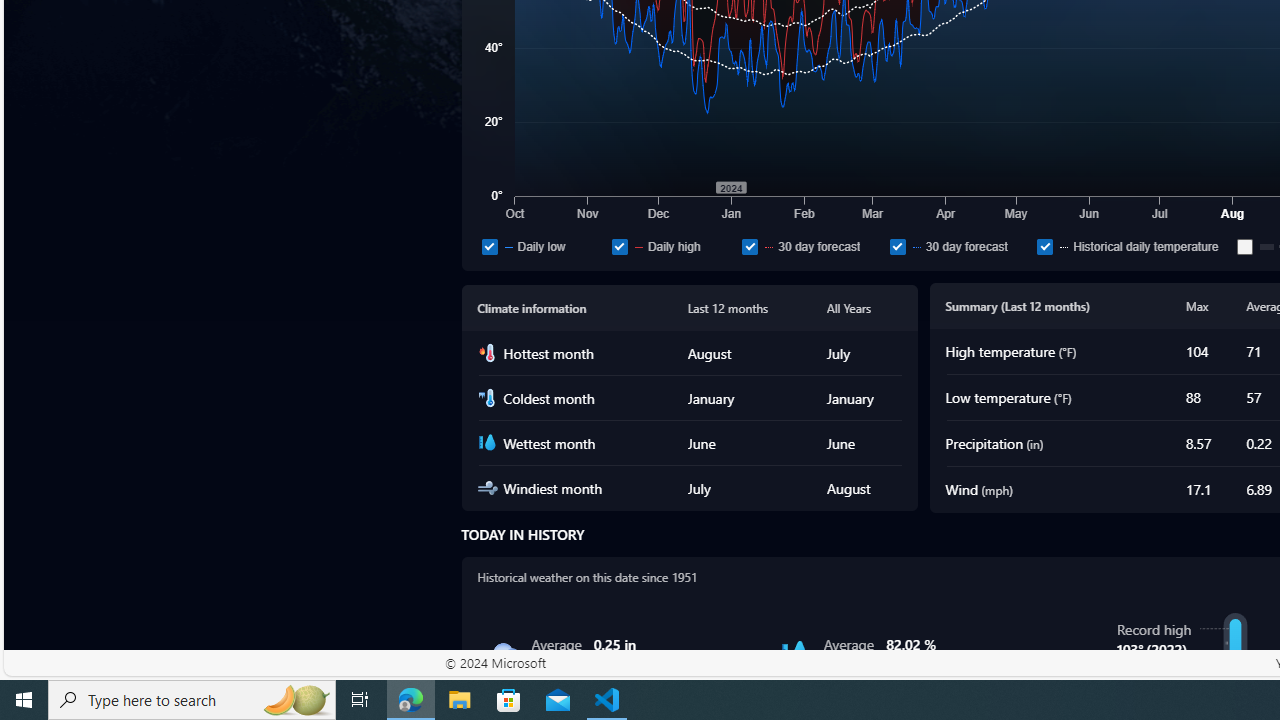 The image size is (1280, 720). I want to click on '30 day forecast', so click(960, 245).